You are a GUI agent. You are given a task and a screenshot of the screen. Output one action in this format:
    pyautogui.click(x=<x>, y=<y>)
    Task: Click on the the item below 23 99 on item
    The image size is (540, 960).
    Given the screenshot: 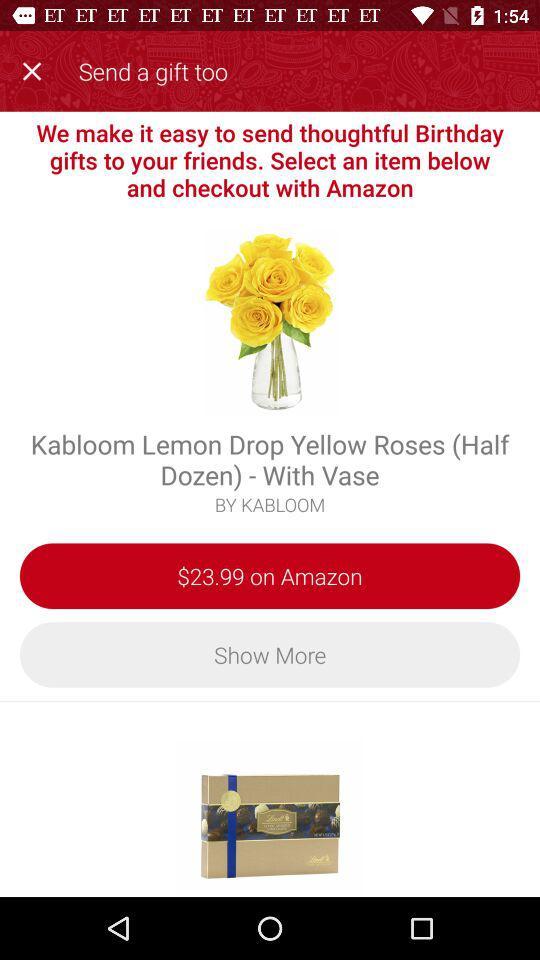 What is the action you would take?
    pyautogui.click(x=270, y=653)
    